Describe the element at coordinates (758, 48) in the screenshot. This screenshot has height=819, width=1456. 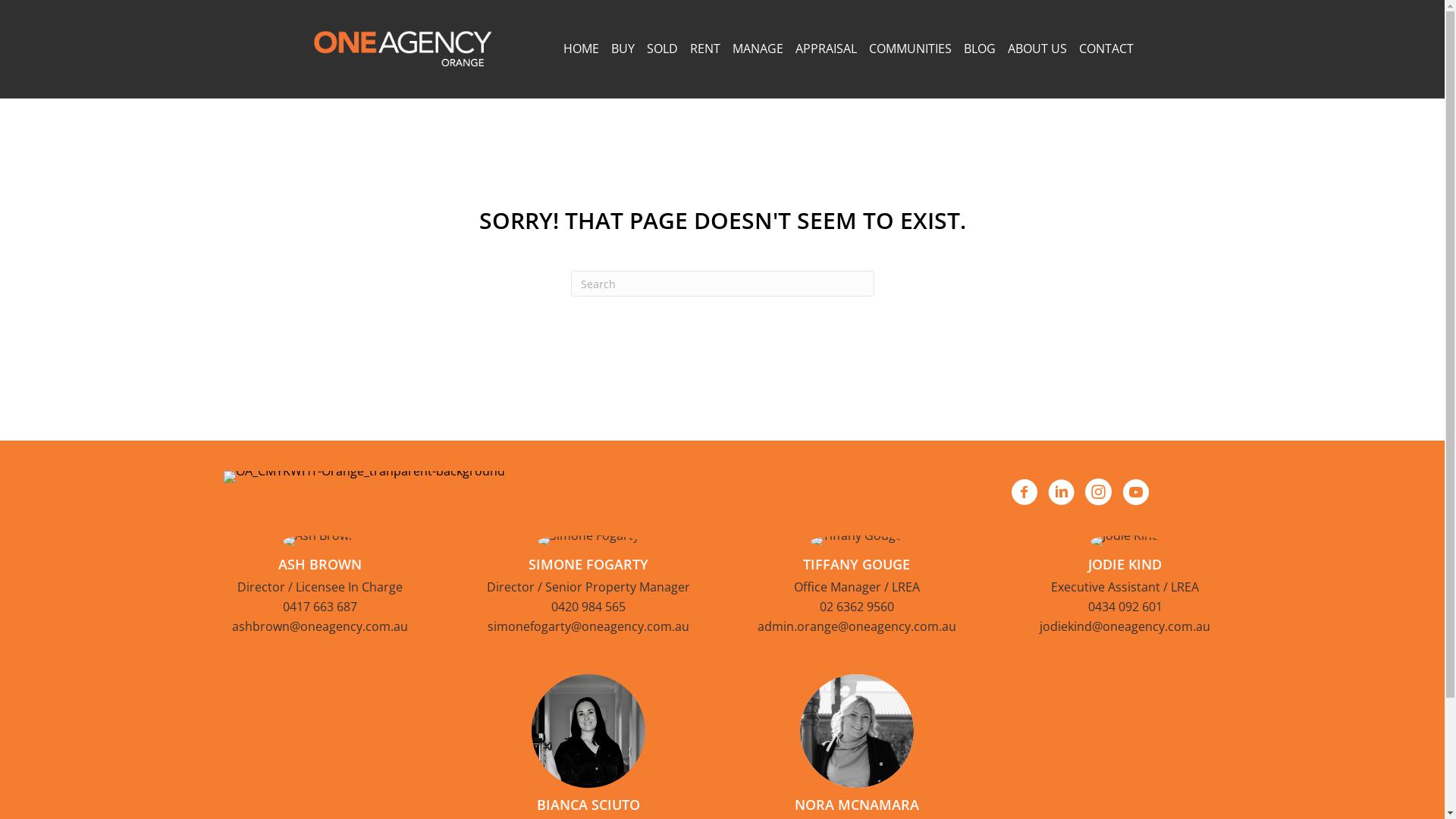
I see `'MANAGE'` at that location.